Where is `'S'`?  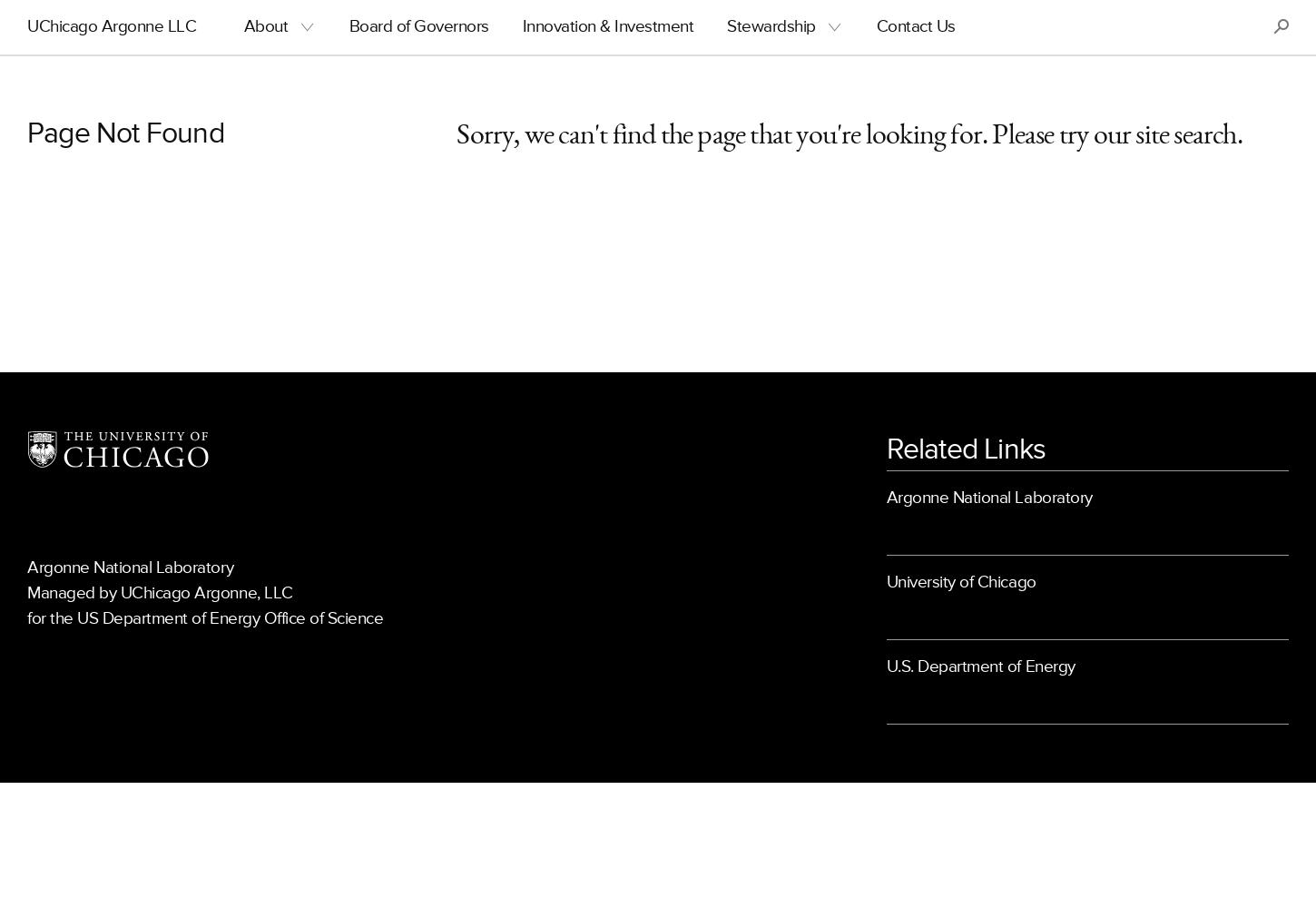
'S' is located at coordinates (1296, 26).